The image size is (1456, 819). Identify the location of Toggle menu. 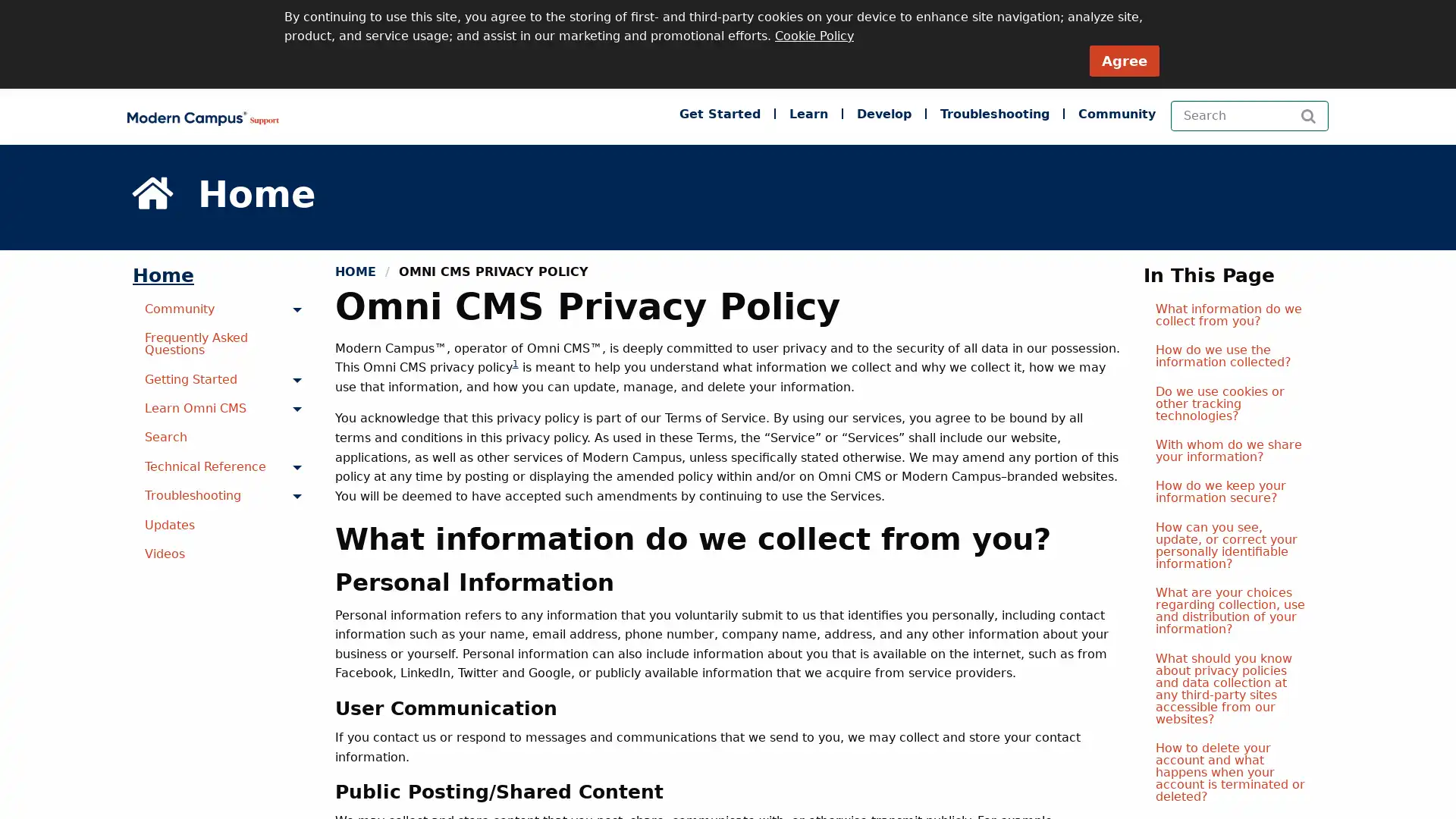
(296, 309).